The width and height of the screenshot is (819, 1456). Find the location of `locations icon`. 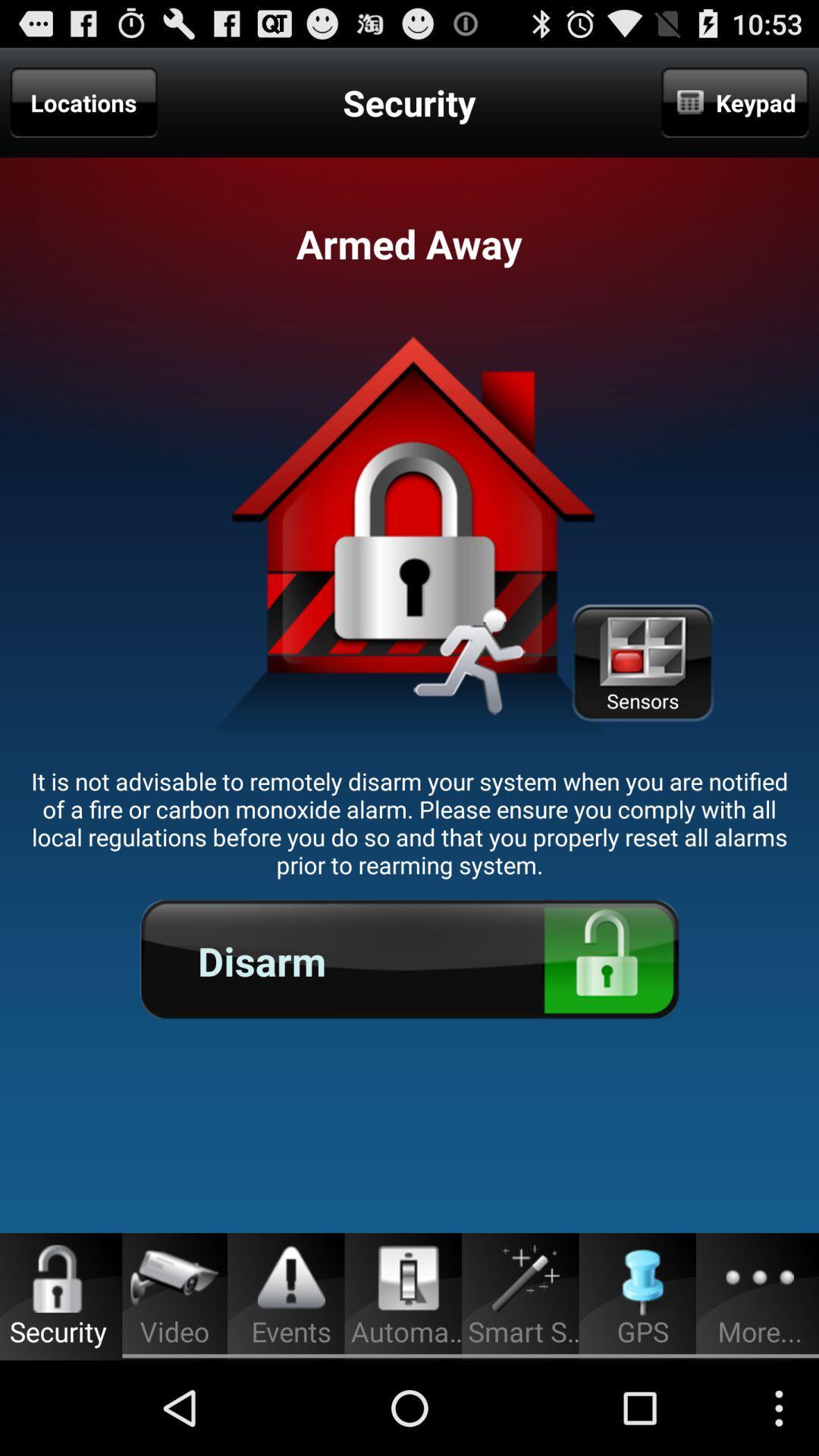

locations icon is located at coordinates (83, 102).